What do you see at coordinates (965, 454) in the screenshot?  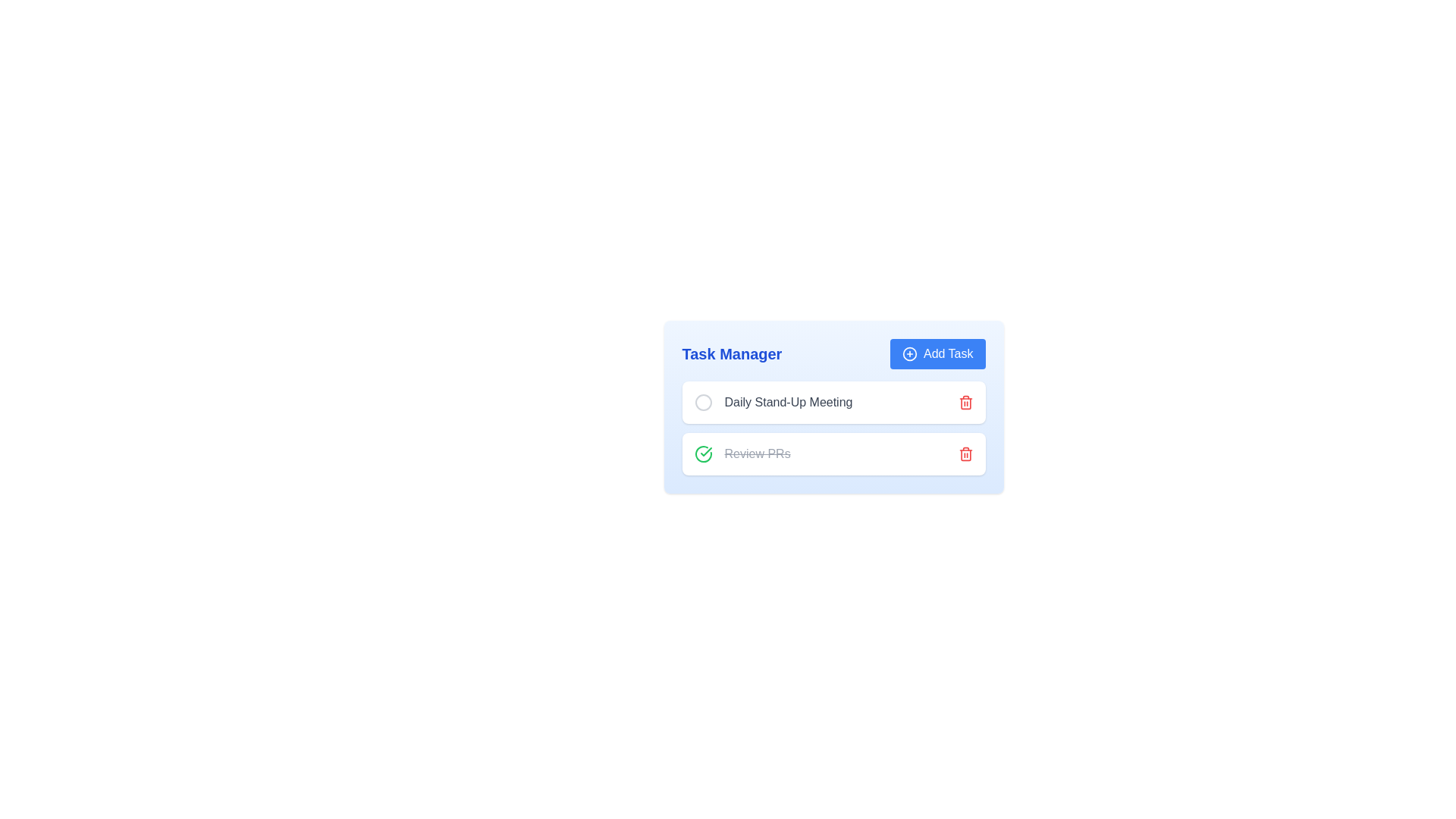 I see `the trash icon component that is part of the delete action, located immediately to the right of the 'Review PRs' text in the corresponding task row` at bounding box center [965, 454].